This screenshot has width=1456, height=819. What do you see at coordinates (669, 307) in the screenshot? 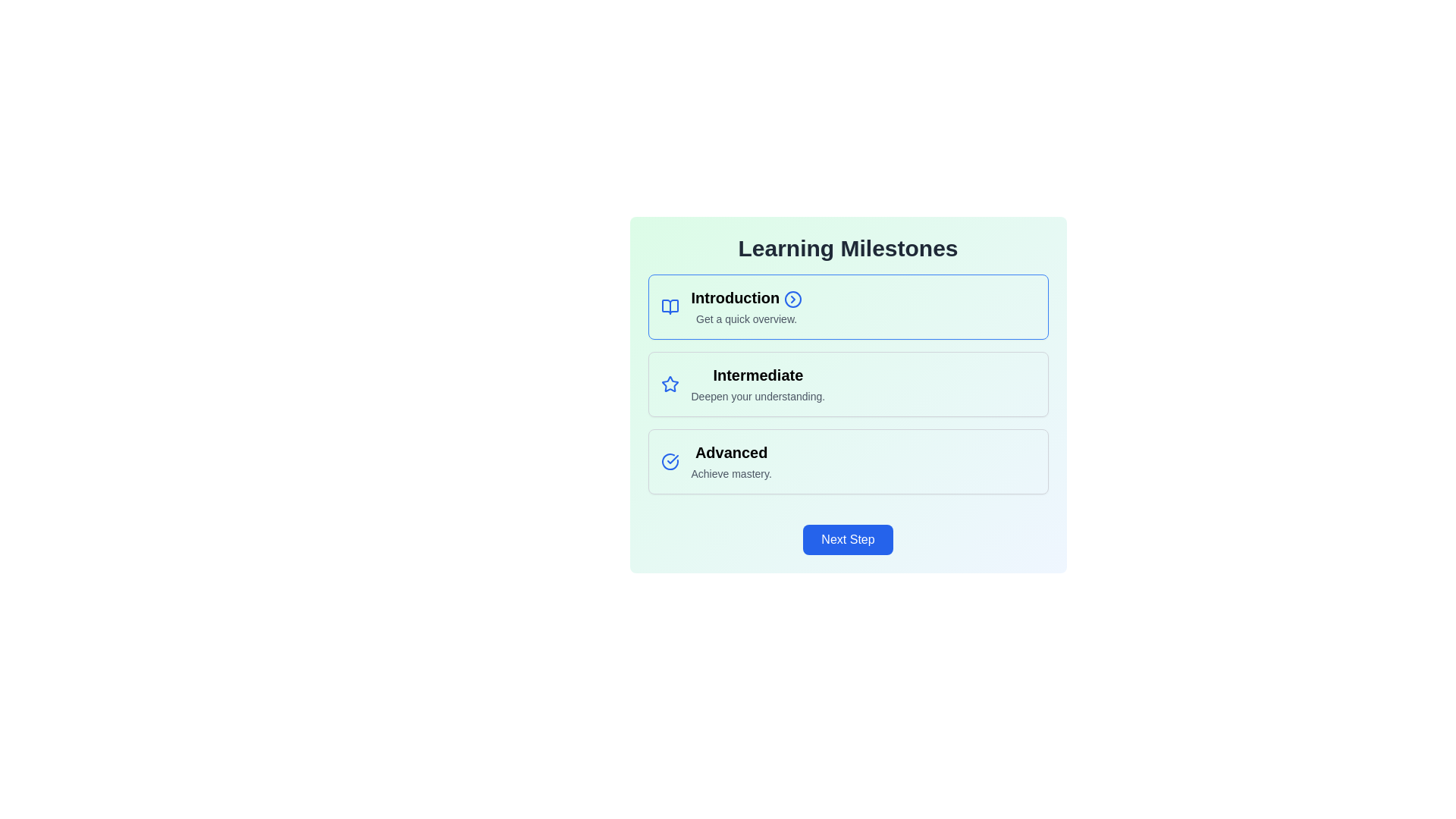
I see `the open book icon, which is a vector-based SVG icon with rounded edges, located adjacent to the 'Introduction' text in the first card of the milestones section` at bounding box center [669, 307].